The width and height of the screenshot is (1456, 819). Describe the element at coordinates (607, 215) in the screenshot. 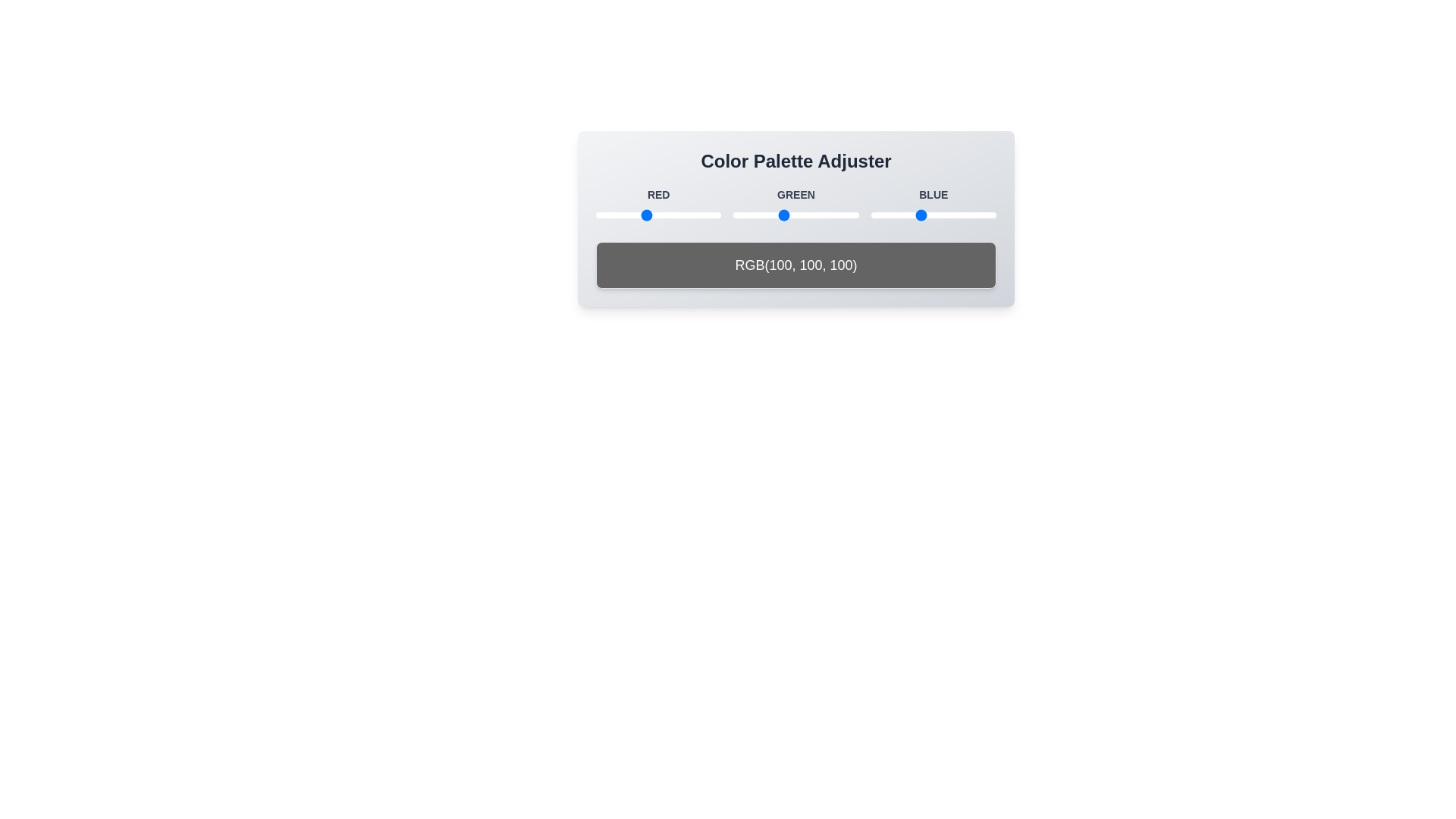

I see `the 1 slider to 24` at that location.